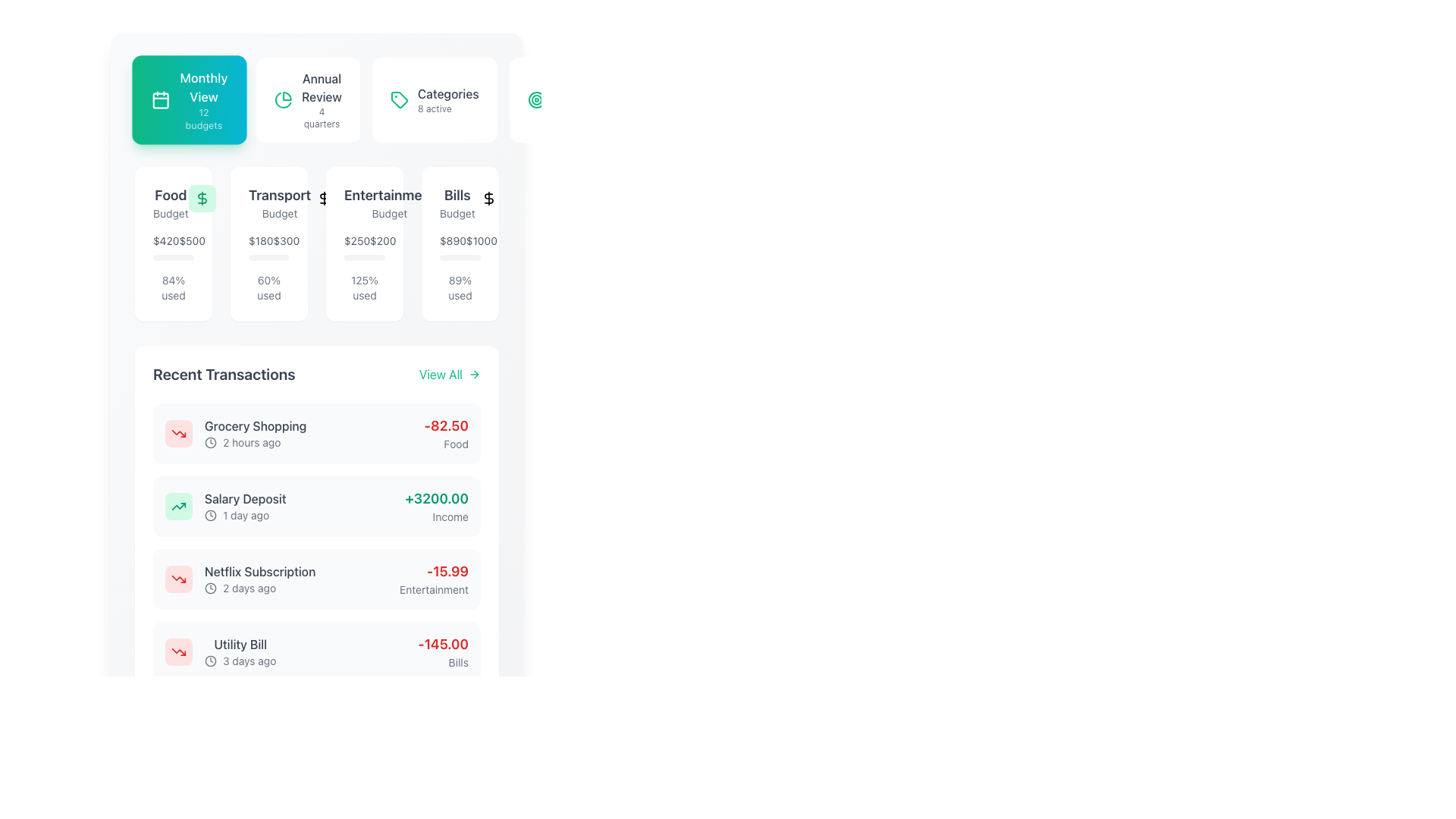 This screenshot has height=819, width=1456. I want to click on the dollar sign icon with a rounded amber background located at the top-right corner of the 'Bills Budget' section, so click(488, 198).